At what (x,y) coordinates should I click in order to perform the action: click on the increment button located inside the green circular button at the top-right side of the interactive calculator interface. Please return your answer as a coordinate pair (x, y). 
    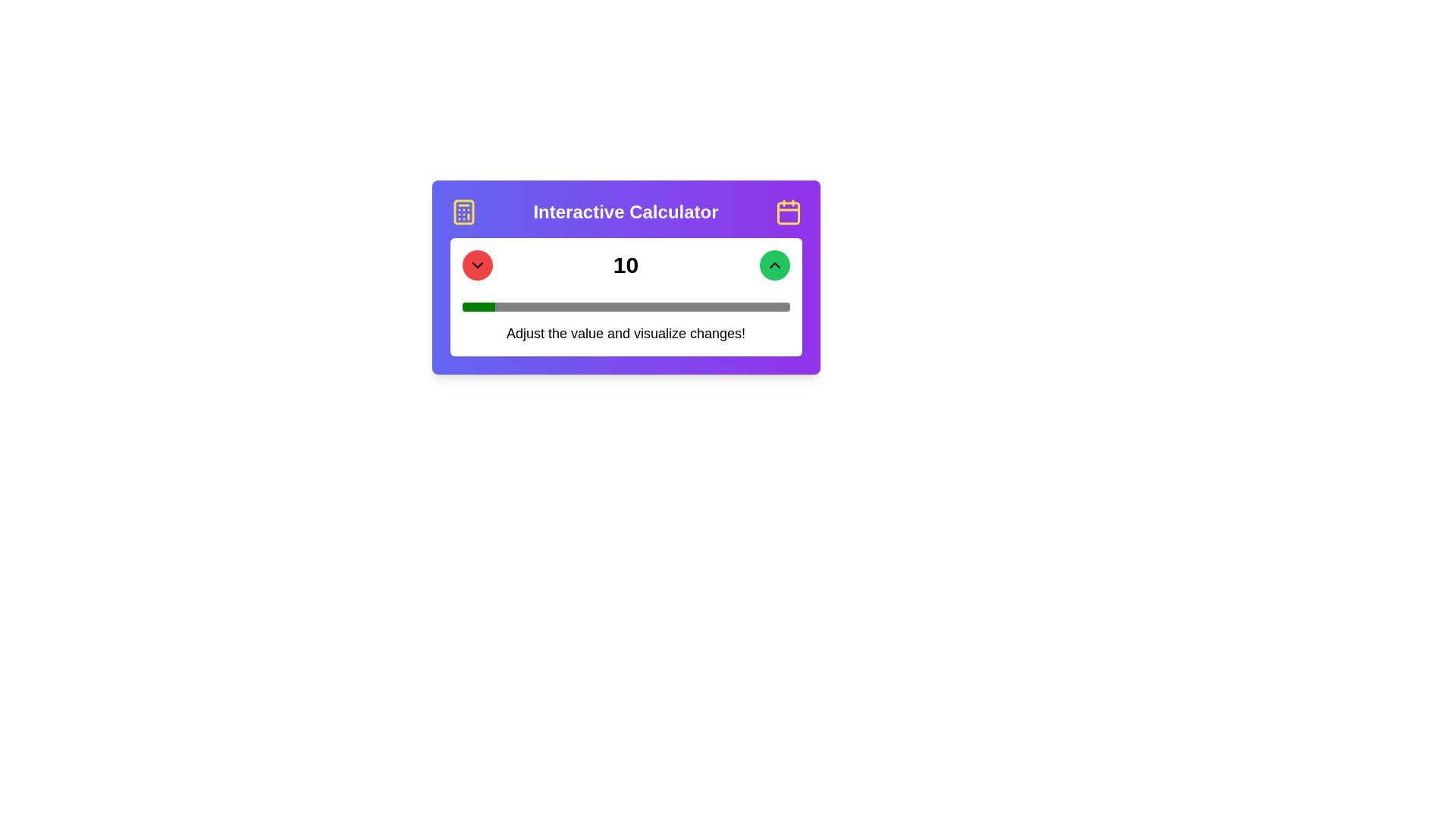
    Looking at the image, I should click on (774, 265).